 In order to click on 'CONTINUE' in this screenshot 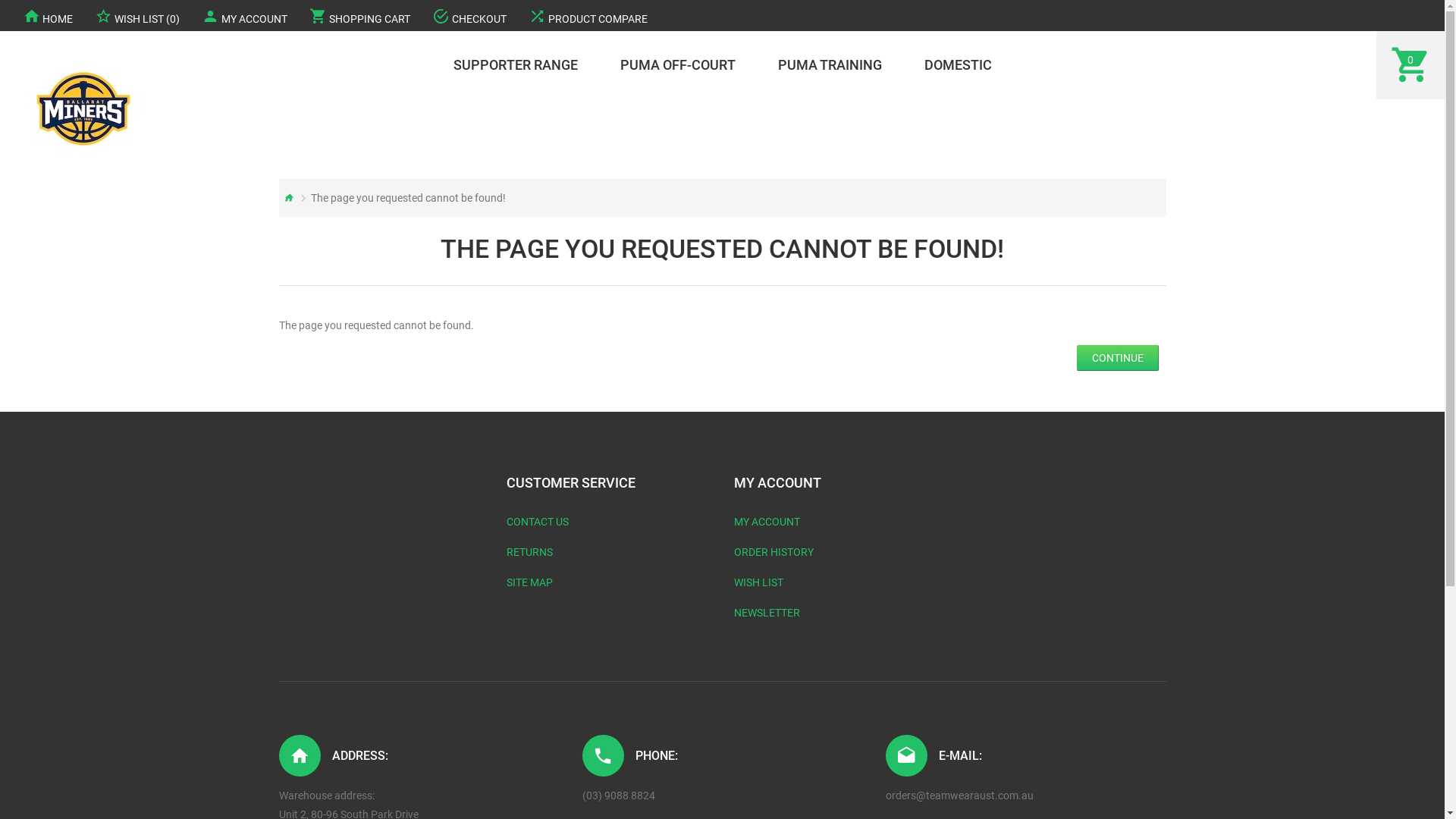, I will do `click(1117, 357)`.